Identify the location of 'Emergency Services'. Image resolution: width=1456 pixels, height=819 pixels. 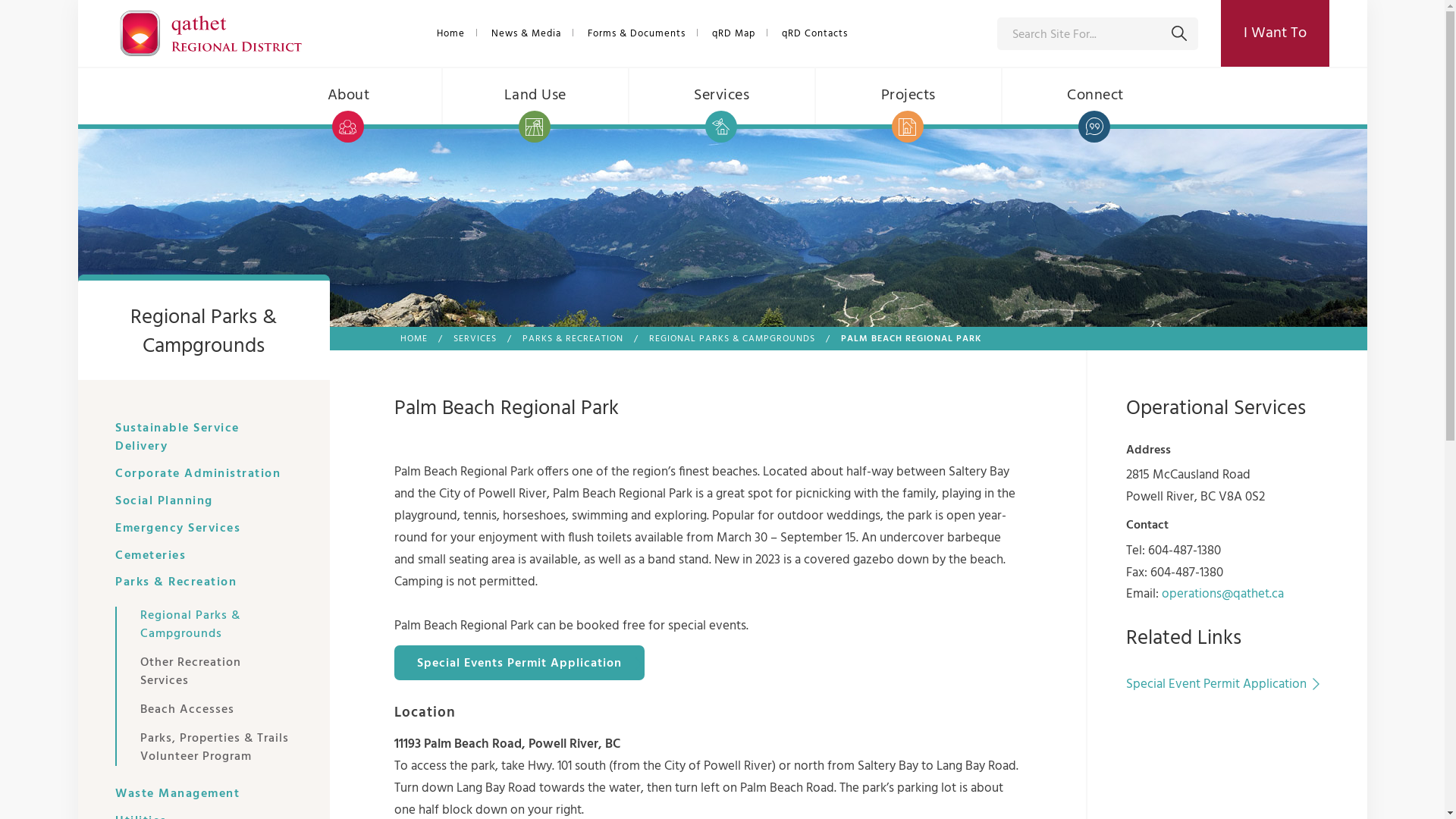
(115, 528).